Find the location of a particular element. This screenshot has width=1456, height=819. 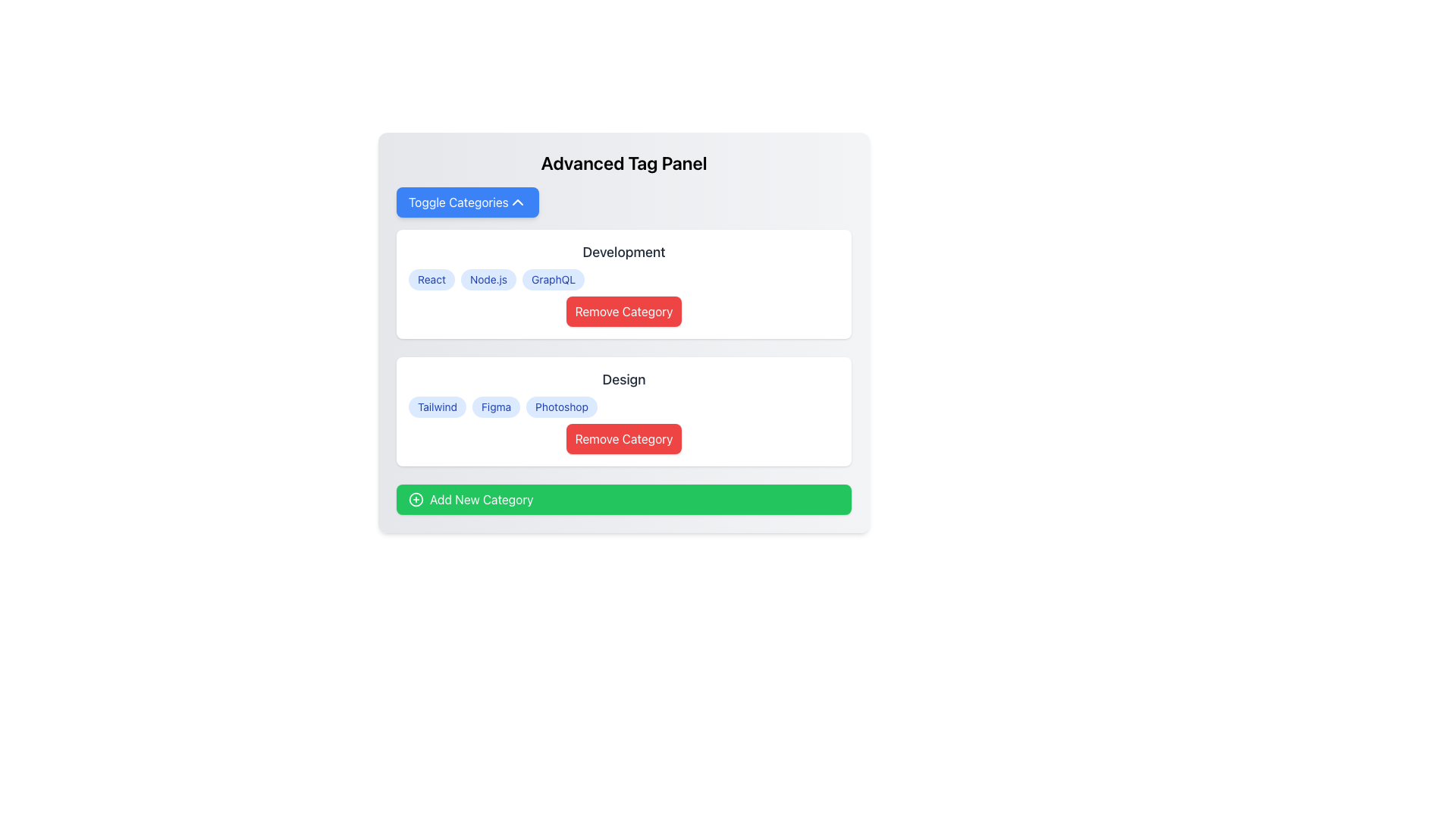

the circular 'add' icon inside the green button labeled 'Add New Category', located at the bottom of the interface is located at coordinates (416, 500).